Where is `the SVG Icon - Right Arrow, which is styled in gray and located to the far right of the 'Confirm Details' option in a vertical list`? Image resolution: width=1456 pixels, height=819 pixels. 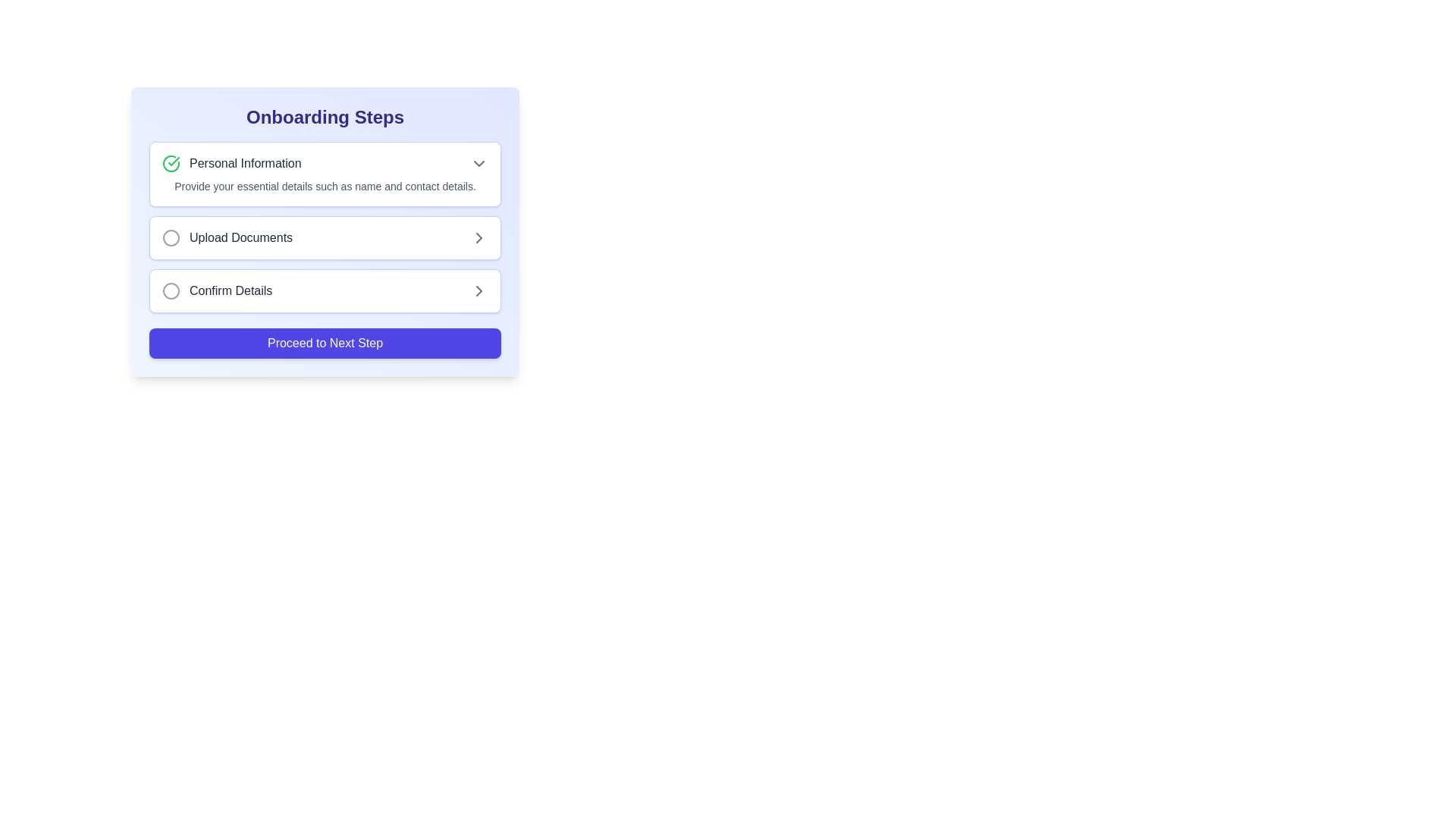
the SVG Icon - Right Arrow, which is styled in gray and located to the far right of the 'Confirm Details' option in a vertical list is located at coordinates (479, 237).